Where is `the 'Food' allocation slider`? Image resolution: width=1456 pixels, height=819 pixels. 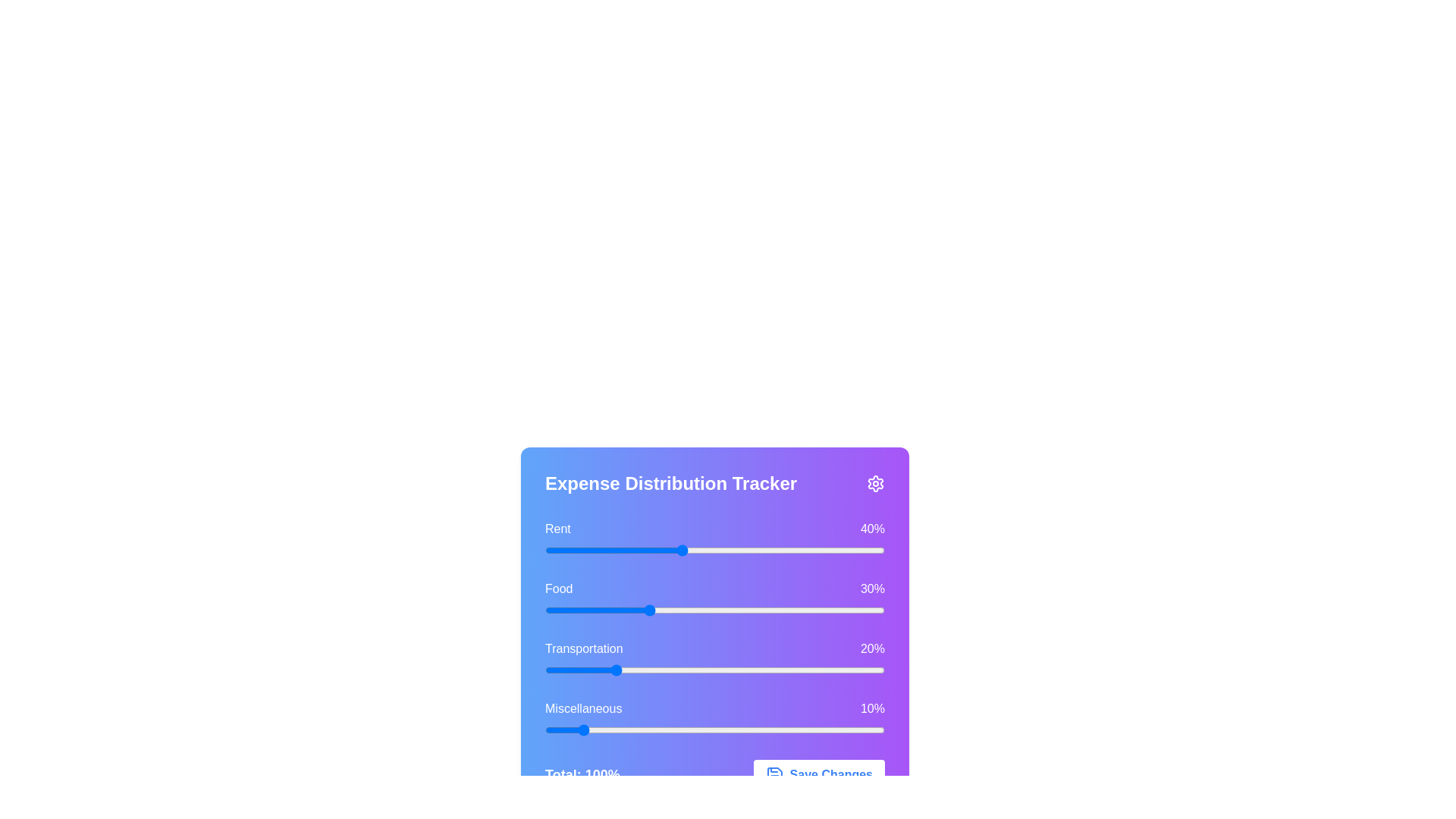
the 'Food' allocation slider is located at coordinates (690, 610).